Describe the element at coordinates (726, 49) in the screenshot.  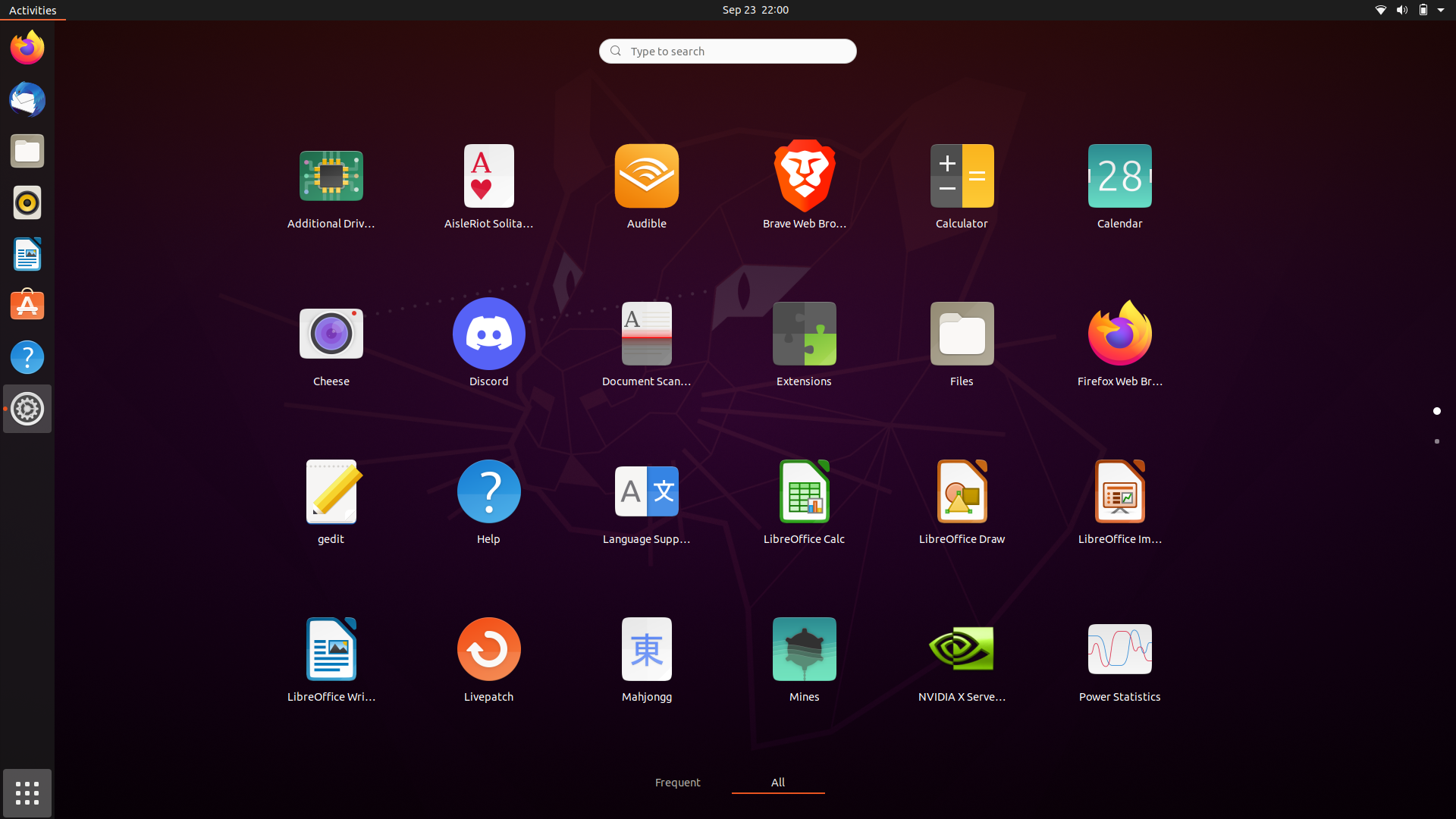
I see `Locate "Google" on your computer` at that location.